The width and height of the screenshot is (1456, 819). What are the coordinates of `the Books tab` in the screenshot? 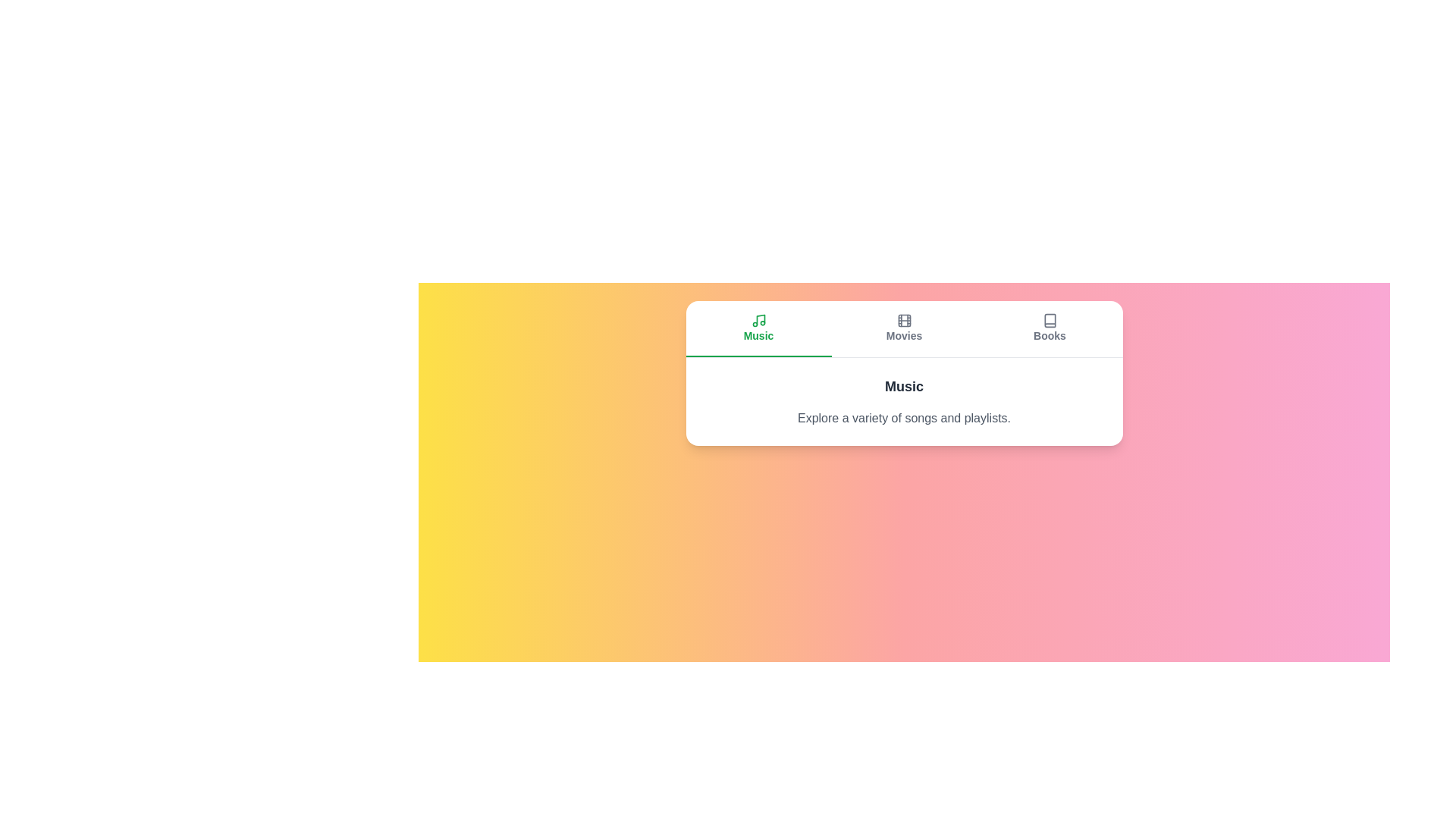 It's located at (1049, 328).